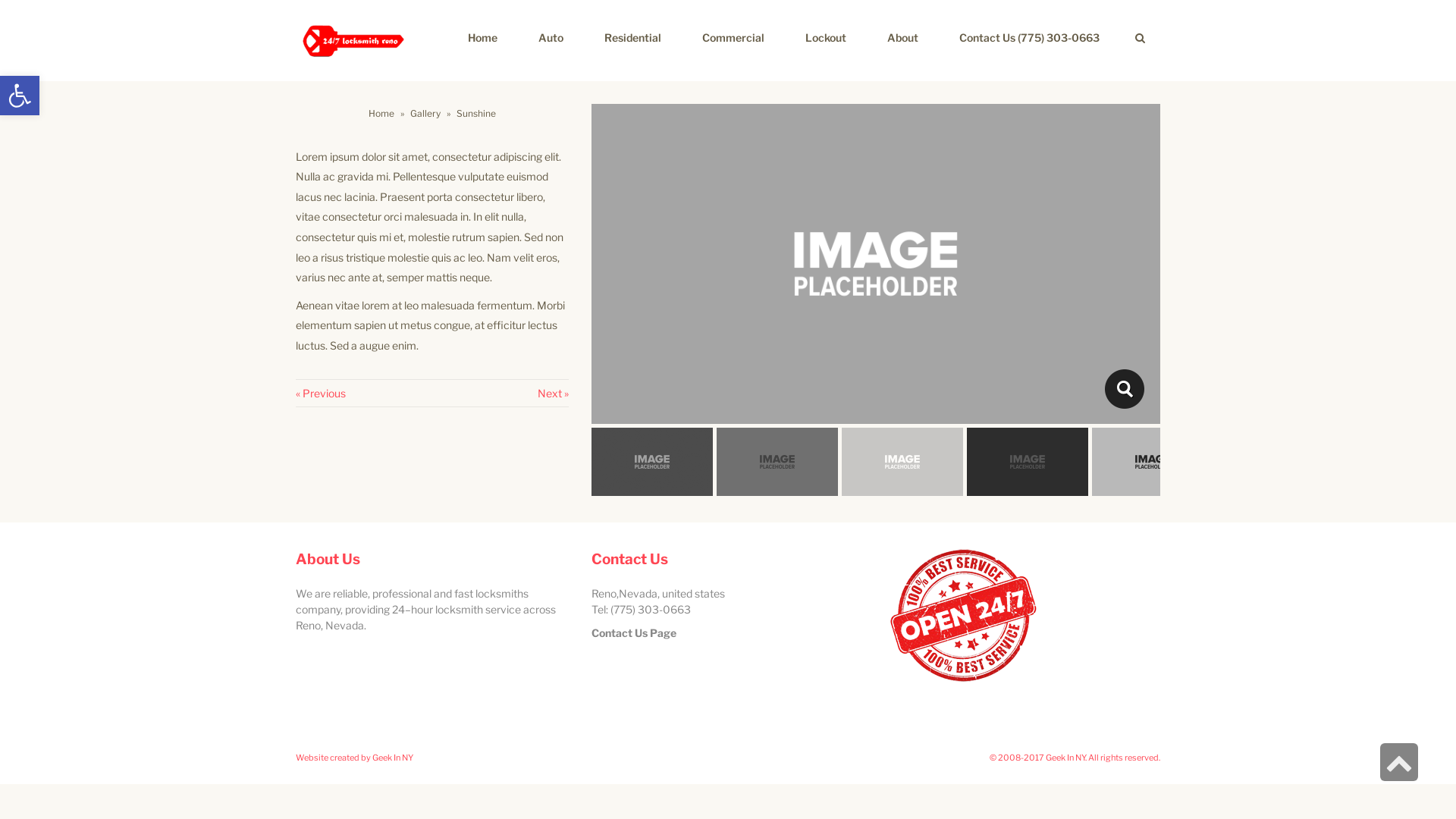 The image size is (1456, 819). I want to click on 'About', so click(902, 37).